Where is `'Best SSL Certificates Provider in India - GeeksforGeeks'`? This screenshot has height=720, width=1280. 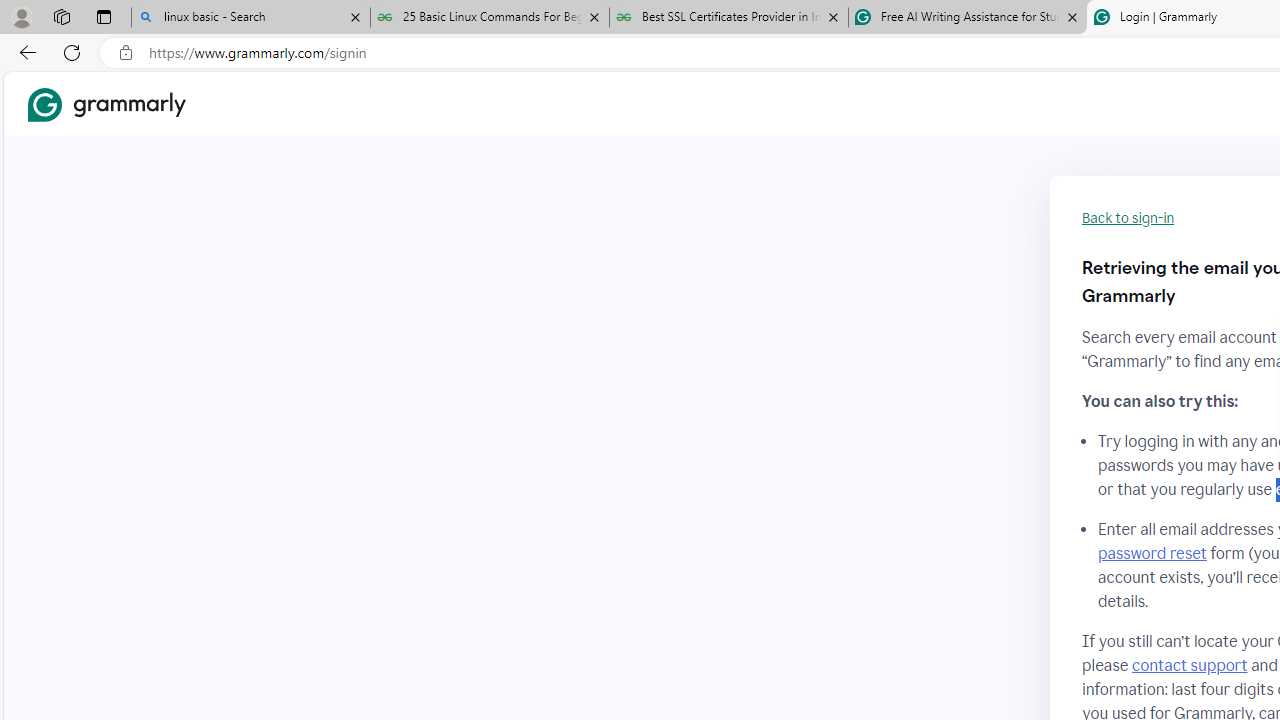
'Best SSL Certificates Provider in India - GeeksforGeeks' is located at coordinates (728, 17).